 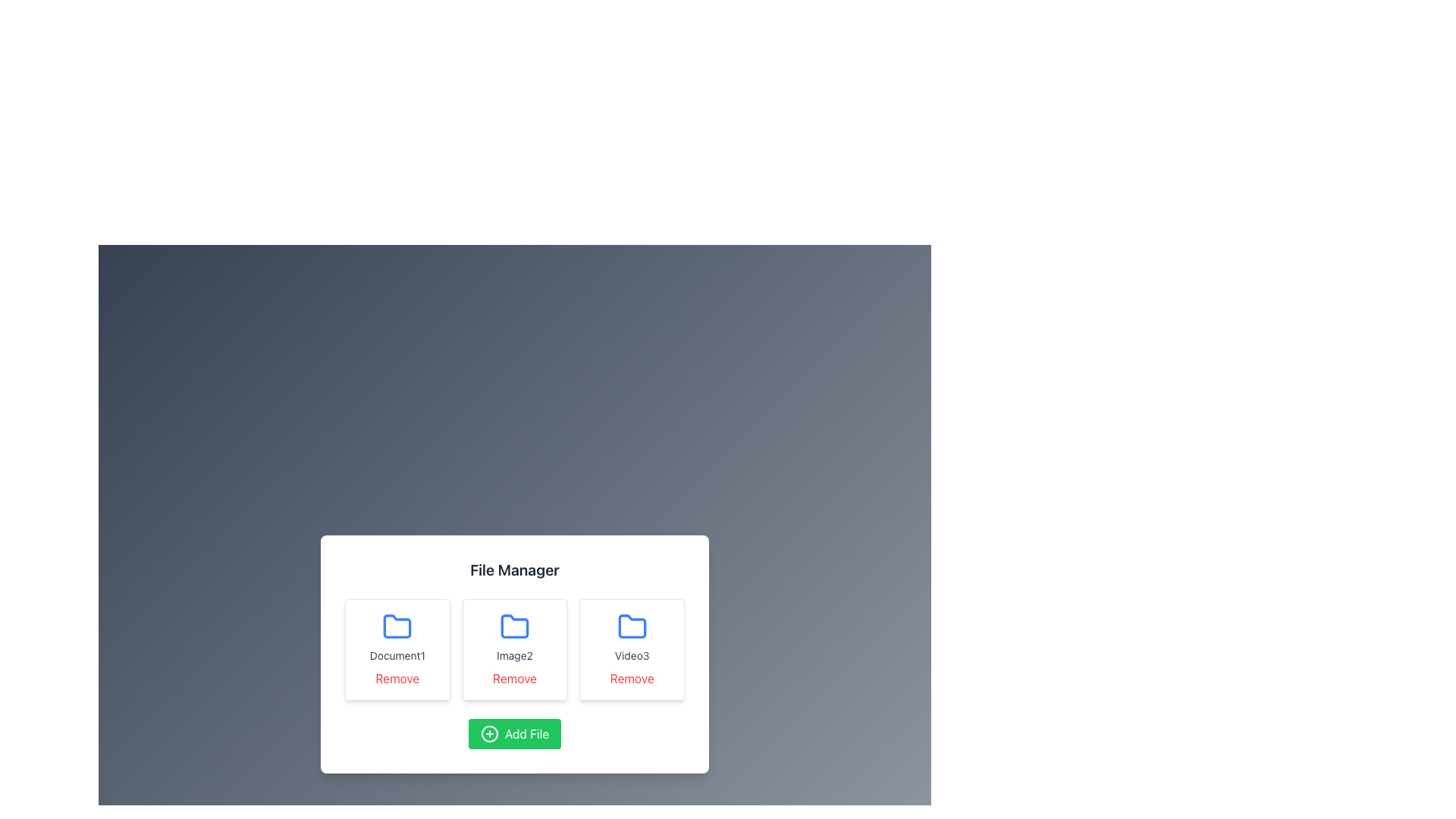 What do you see at coordinates (514, 654) in the screenshot?
I see `the 'Remove' link on the second File entry card in the File Manager interface` at bounding box center [514, 654].